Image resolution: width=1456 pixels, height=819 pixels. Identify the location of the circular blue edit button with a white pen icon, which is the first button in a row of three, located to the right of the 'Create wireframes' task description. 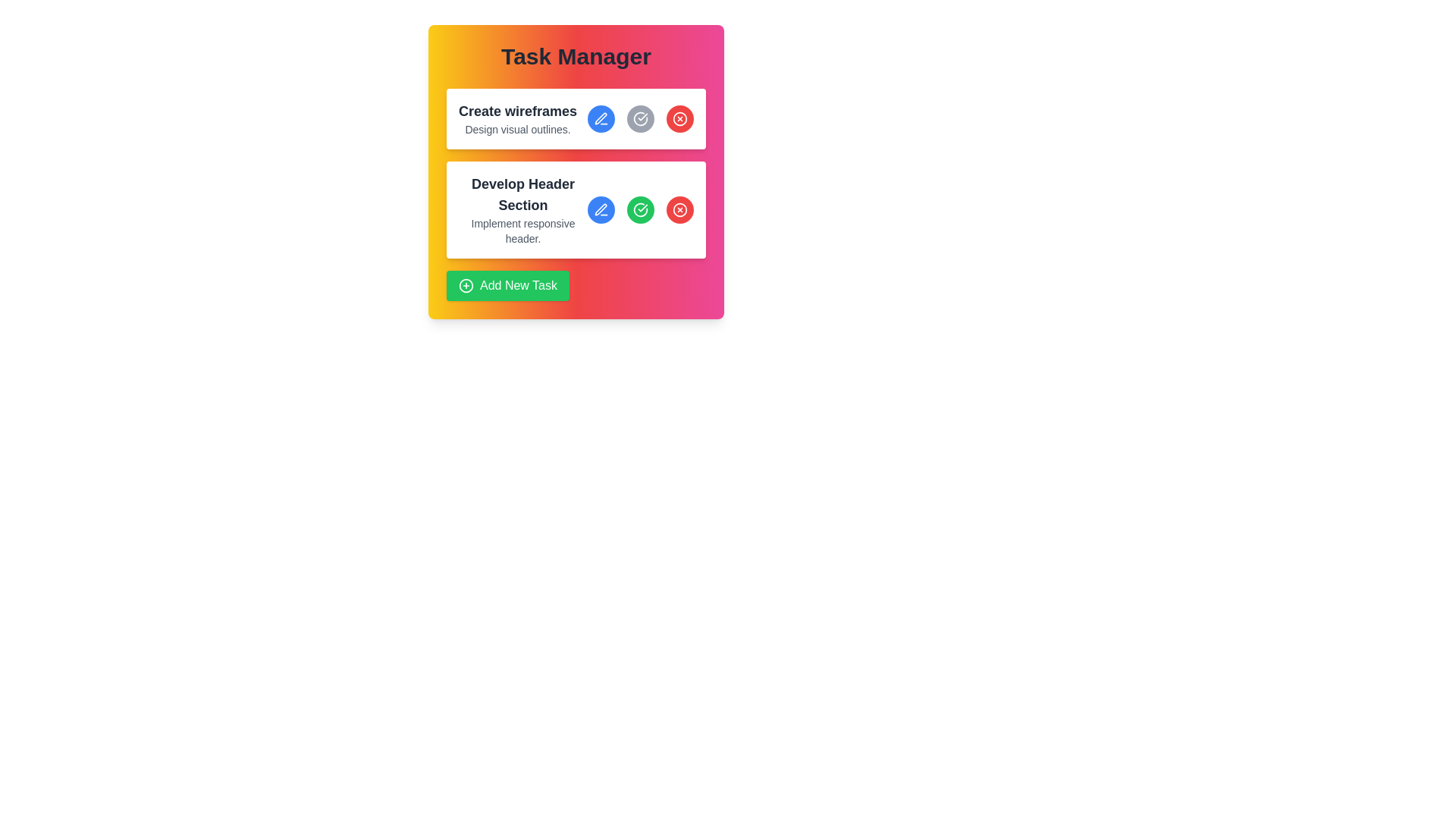
(600, 118).